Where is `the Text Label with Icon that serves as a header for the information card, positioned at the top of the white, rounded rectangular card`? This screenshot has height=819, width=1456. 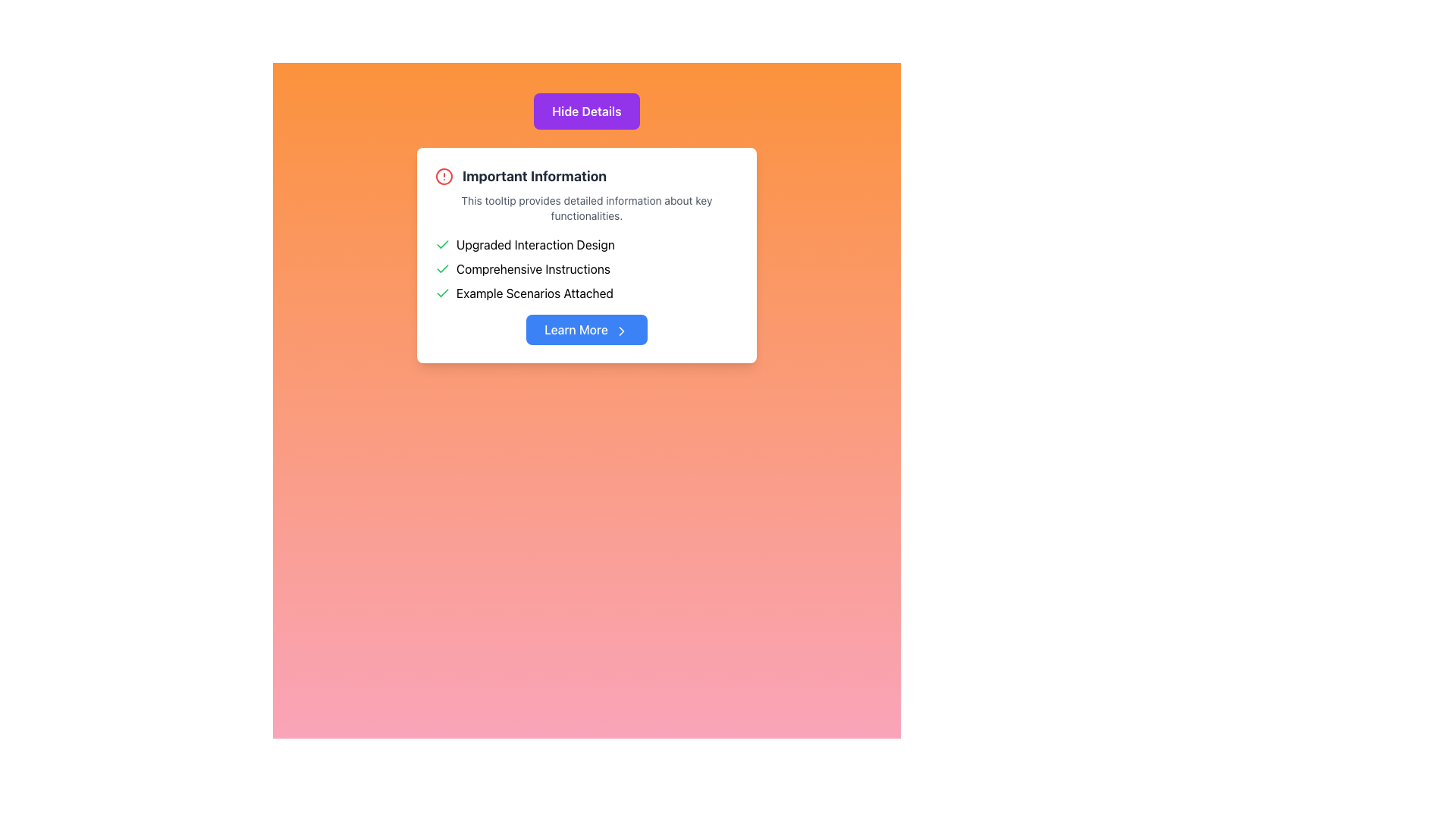
the Text Label with Icon that serves as a header for the information card, positioned at the top of the white, rounded rectangular card is located at coordinates (585, 175).